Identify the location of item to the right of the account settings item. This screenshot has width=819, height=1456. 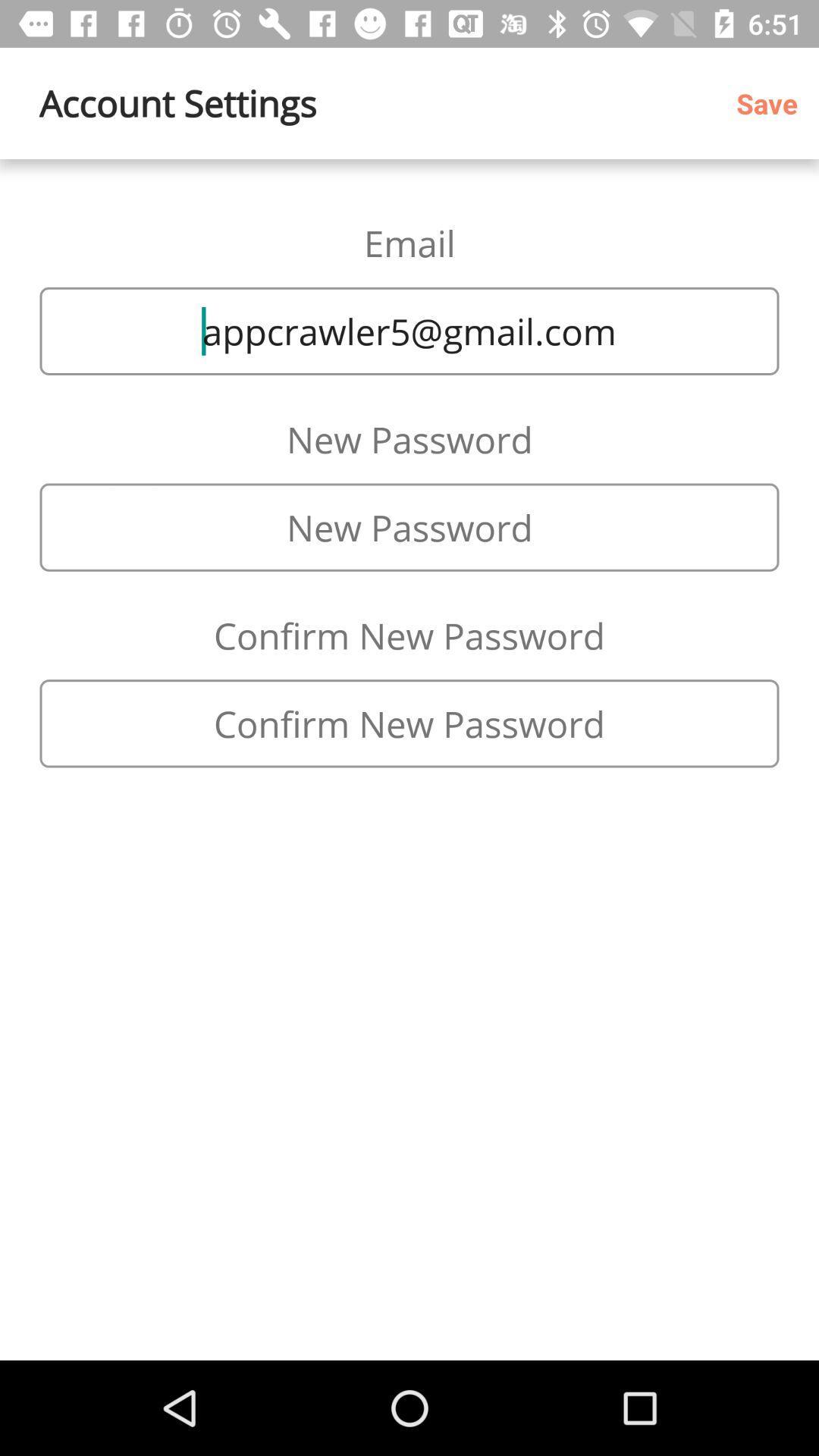
(772, 102).